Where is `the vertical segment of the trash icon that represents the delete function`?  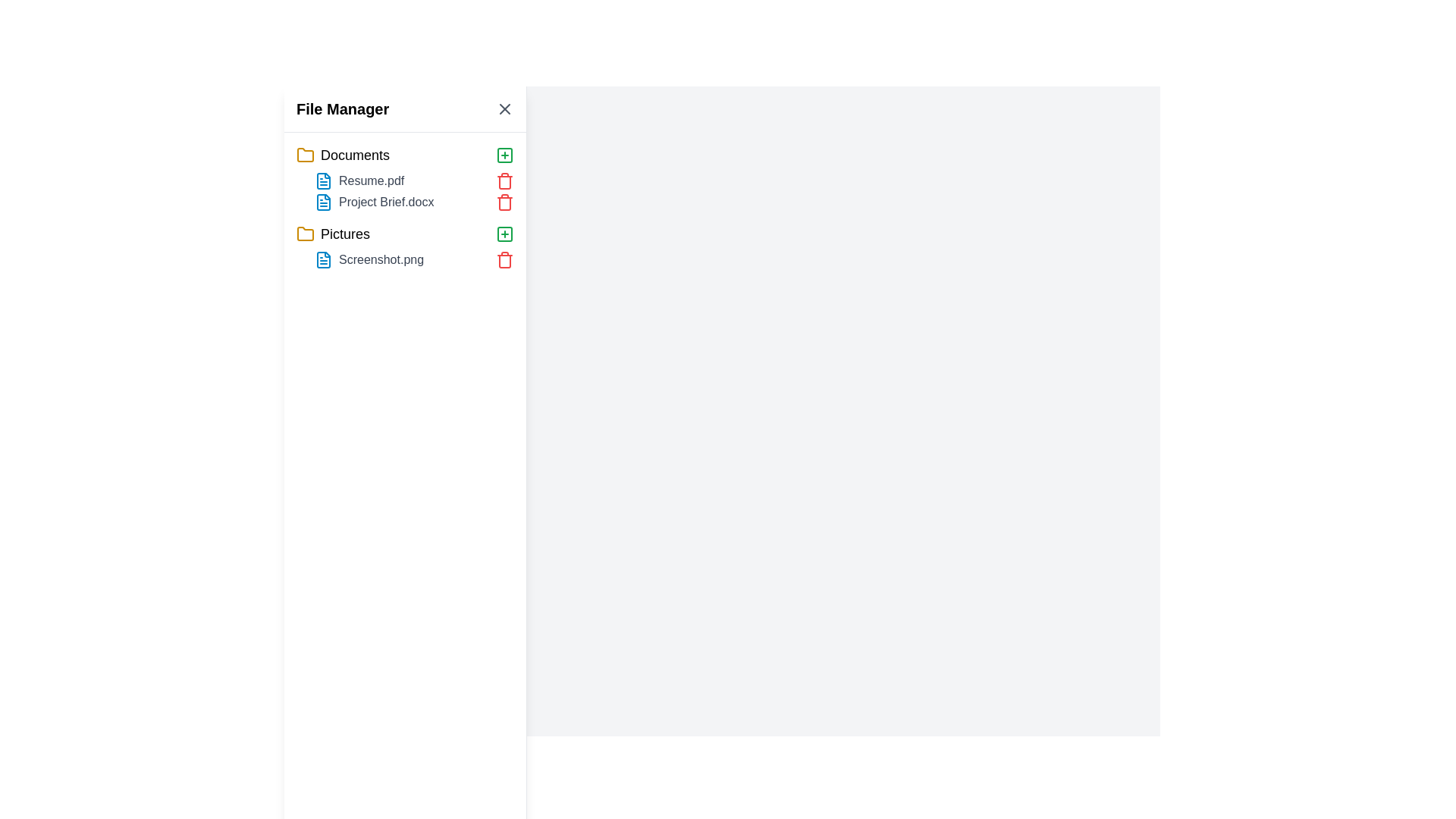
the vertical segment of the trash icon that represents the delete function is located at coordinates (505, 203).